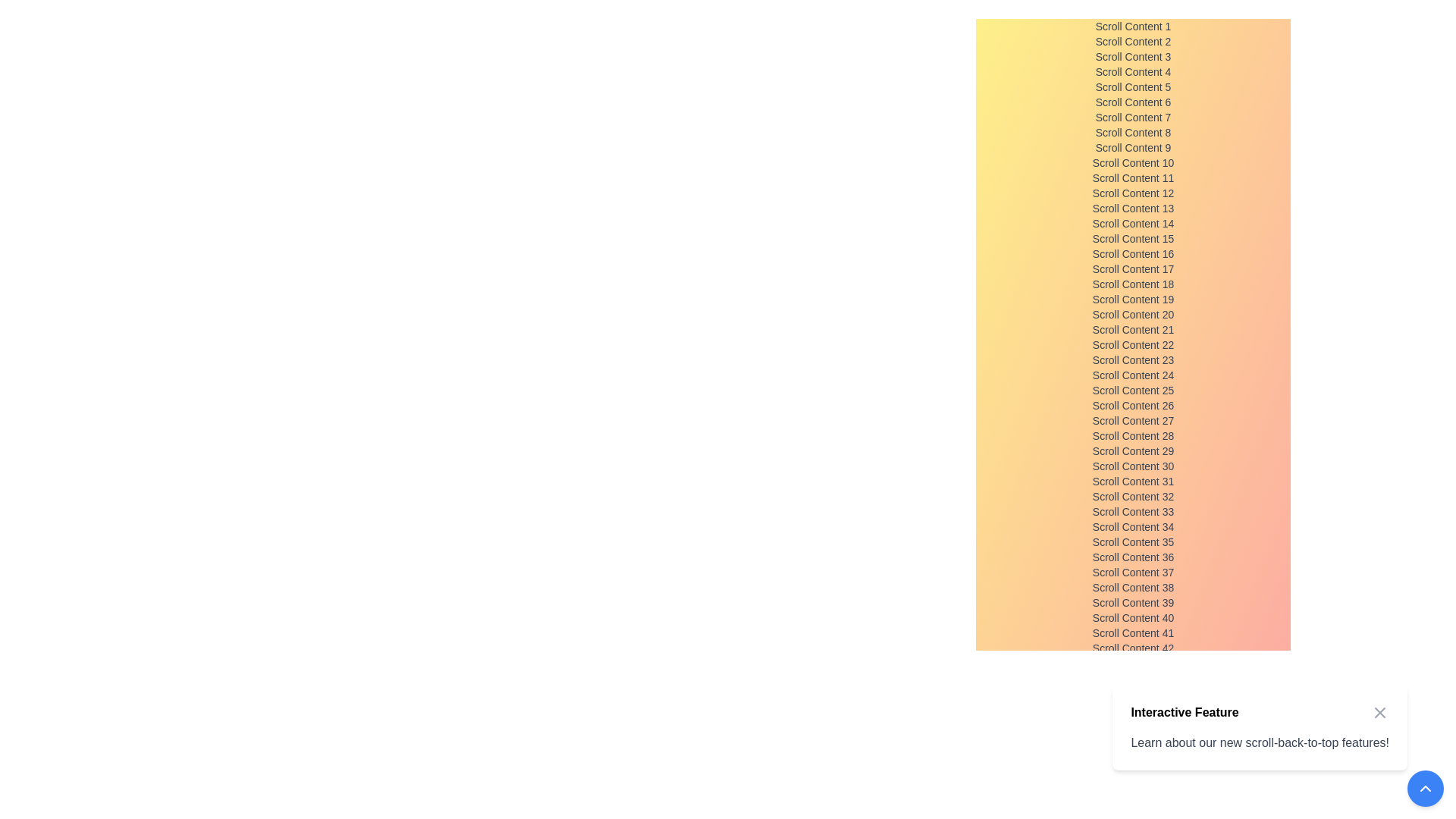 Image resolution: width=1456 pixels, height=819 pixels. What do you see at coordinates (1133, 497) in the screenshot?
I see `the text label displaying 'Scroll Content 32', which is the 32nd item in a vertically scrolled list of similar text items` at bounding box center [1133, 497].